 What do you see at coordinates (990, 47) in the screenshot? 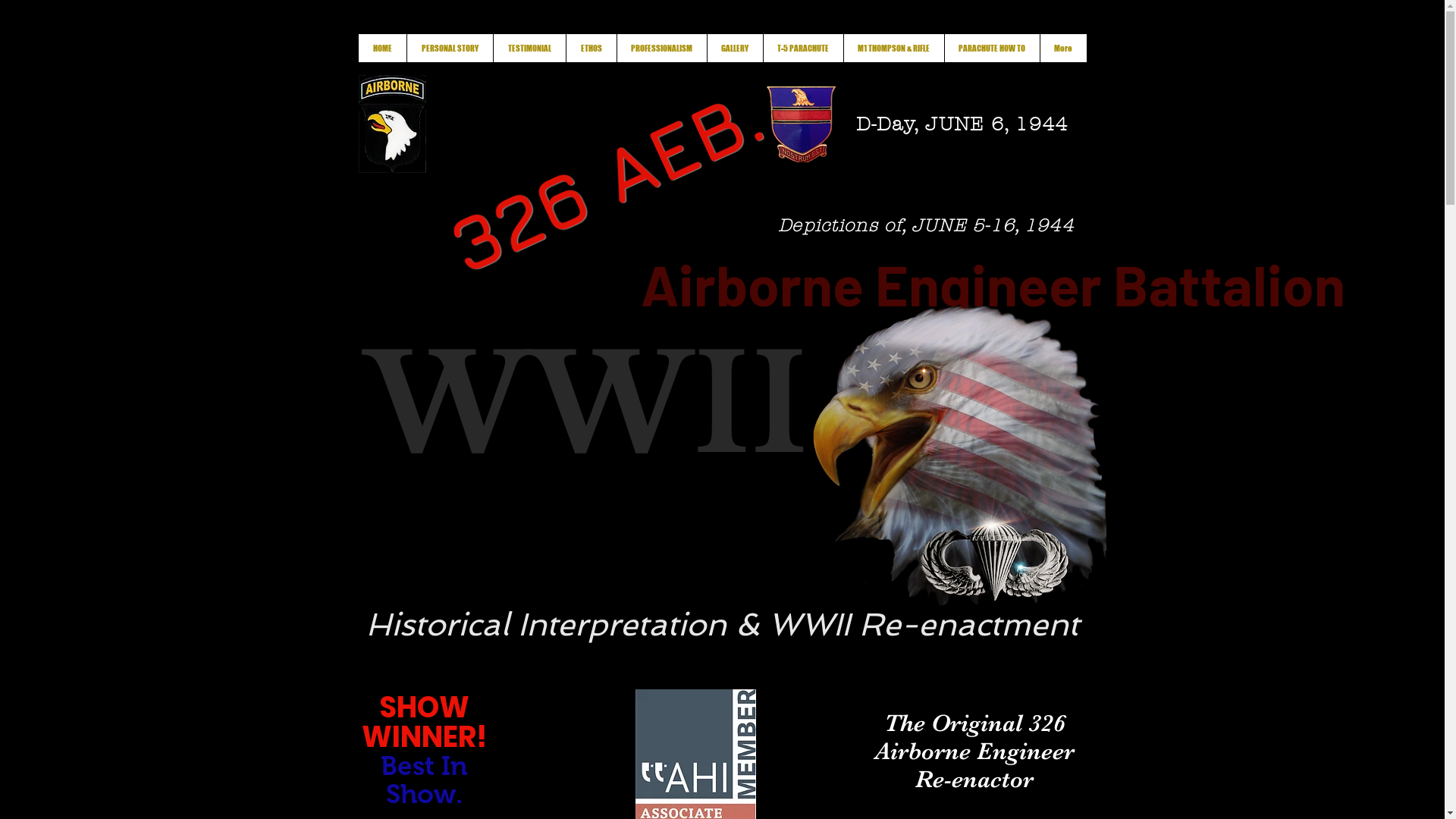
I see `'PARACHUTE HOW TO'` at bounding box center [990, 47].